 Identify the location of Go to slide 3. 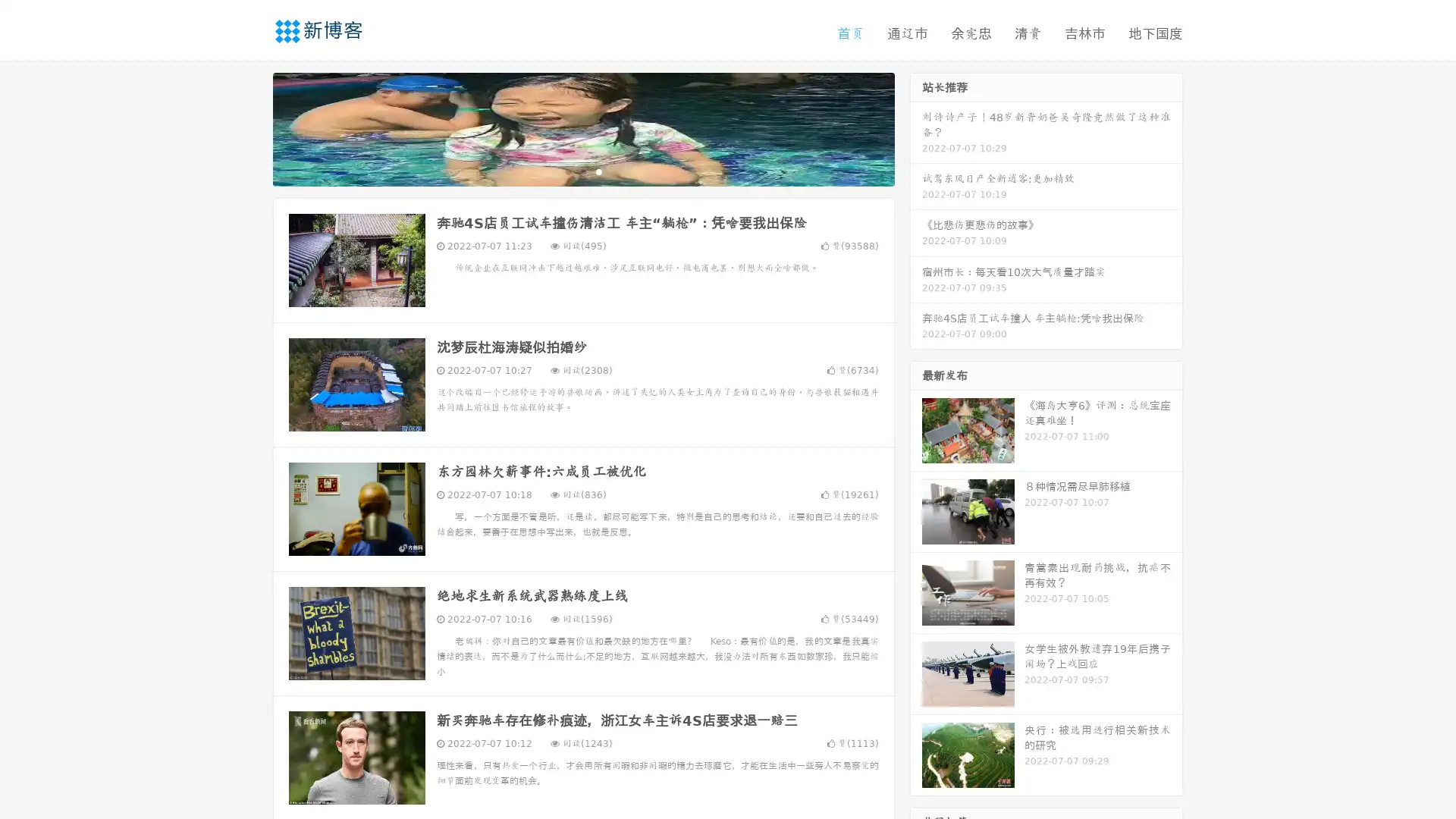
(598, 171).